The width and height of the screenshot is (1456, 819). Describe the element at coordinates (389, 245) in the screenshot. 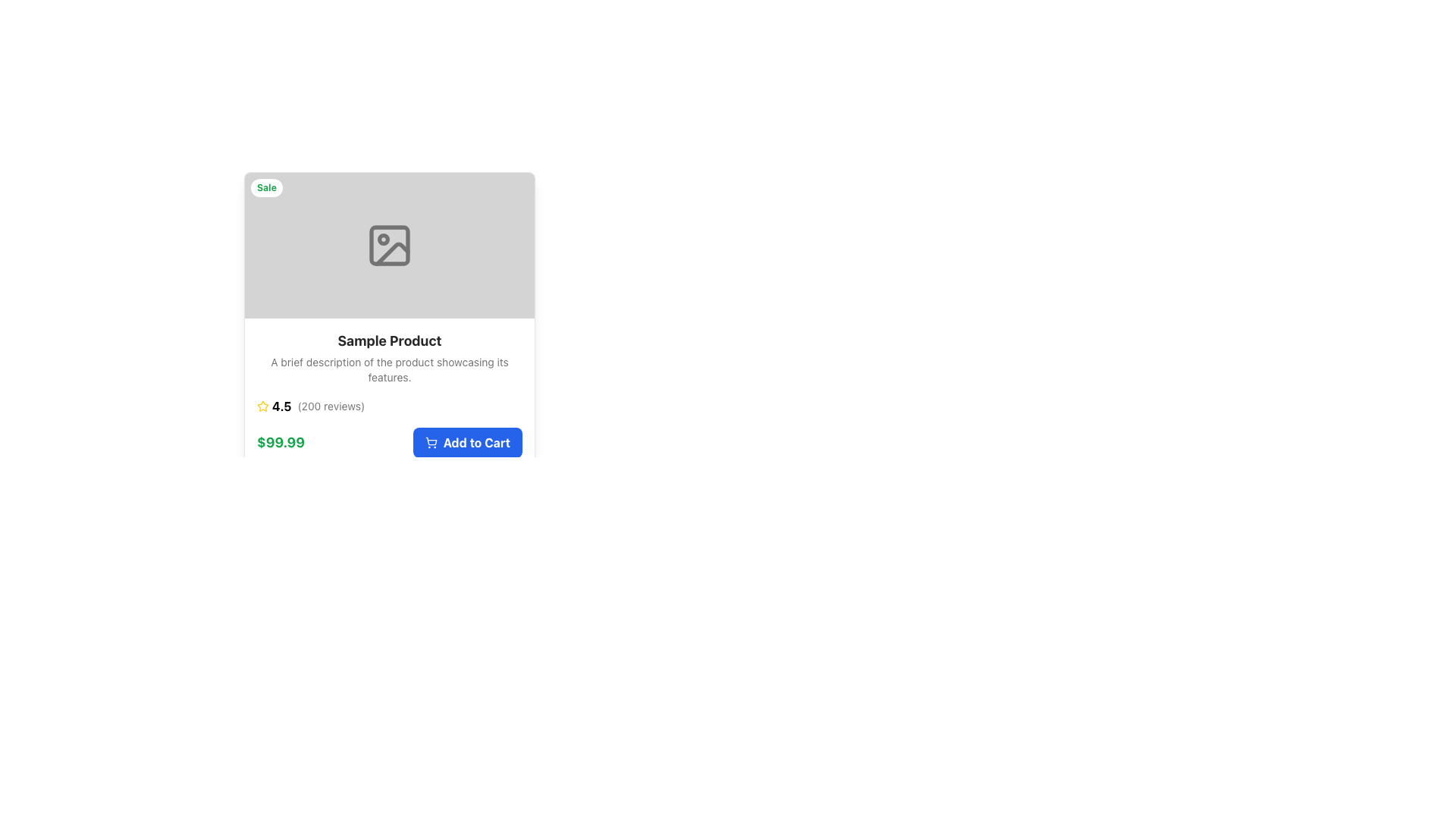

I see `the Icon component, which is a rounded rectangle shape, centrally located within the product card above the product title` at that location.